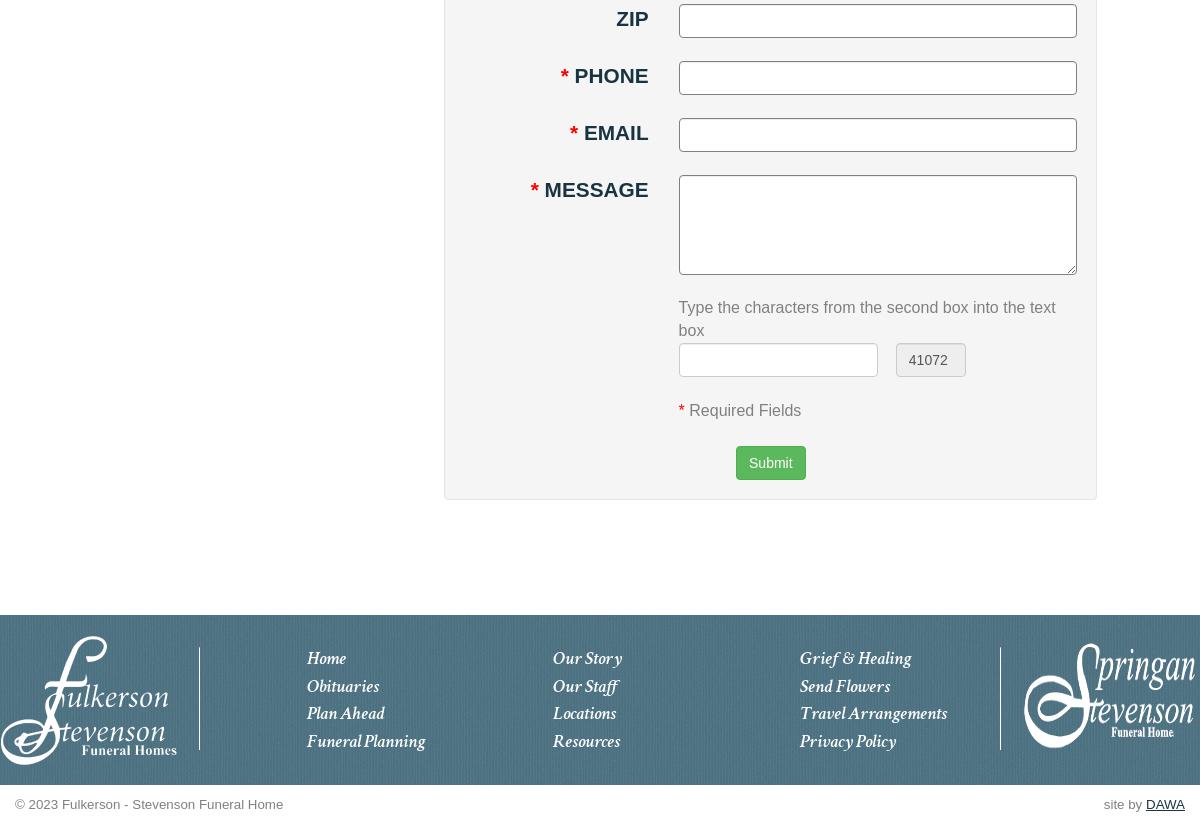  What do you see at coordinates (341, 684) in the screenshot?
I see `'Obituaries'` at bounding box center [341, 684].